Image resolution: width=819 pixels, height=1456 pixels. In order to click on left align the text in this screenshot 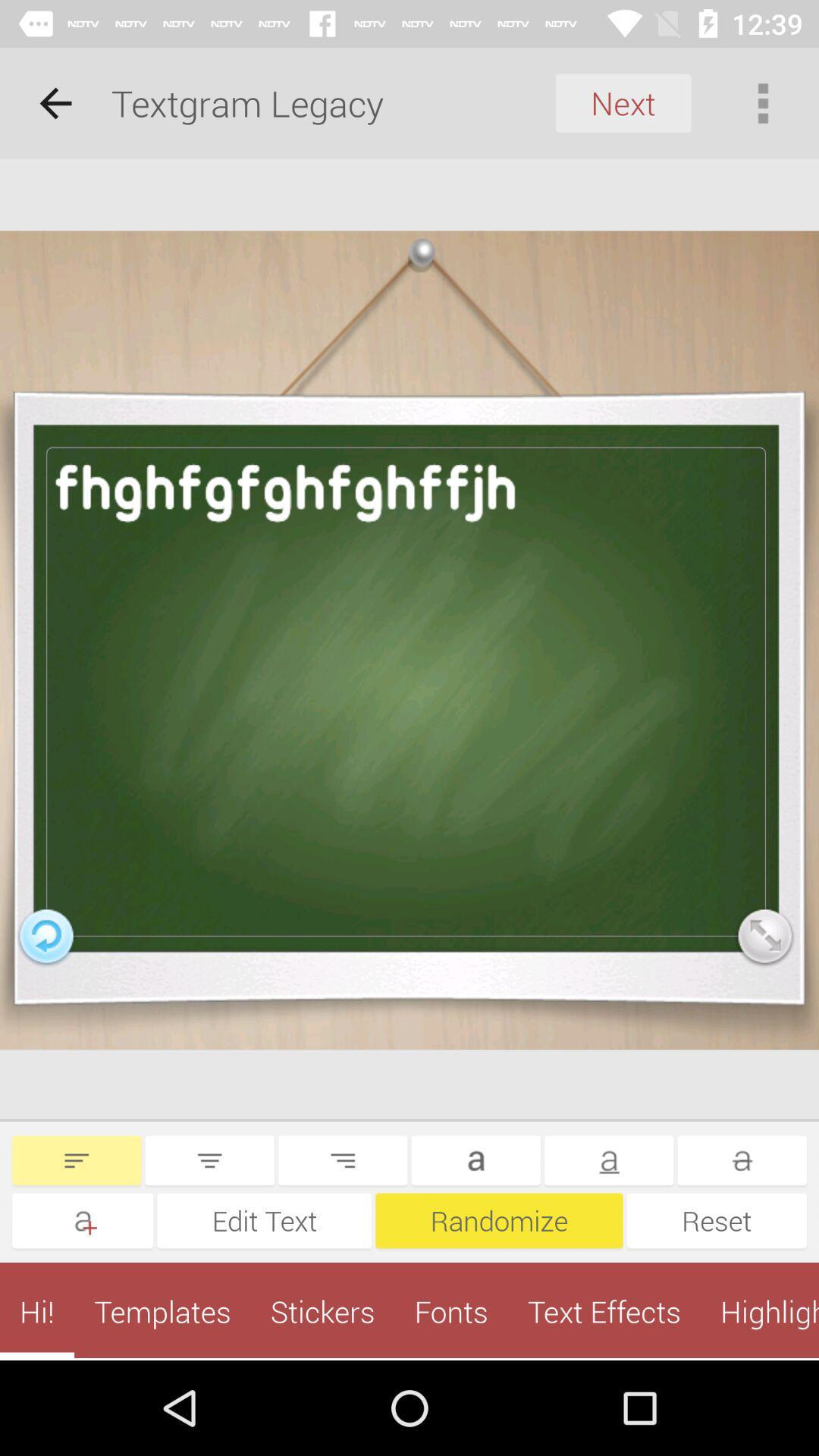, I will do `click(77, 1159)`.